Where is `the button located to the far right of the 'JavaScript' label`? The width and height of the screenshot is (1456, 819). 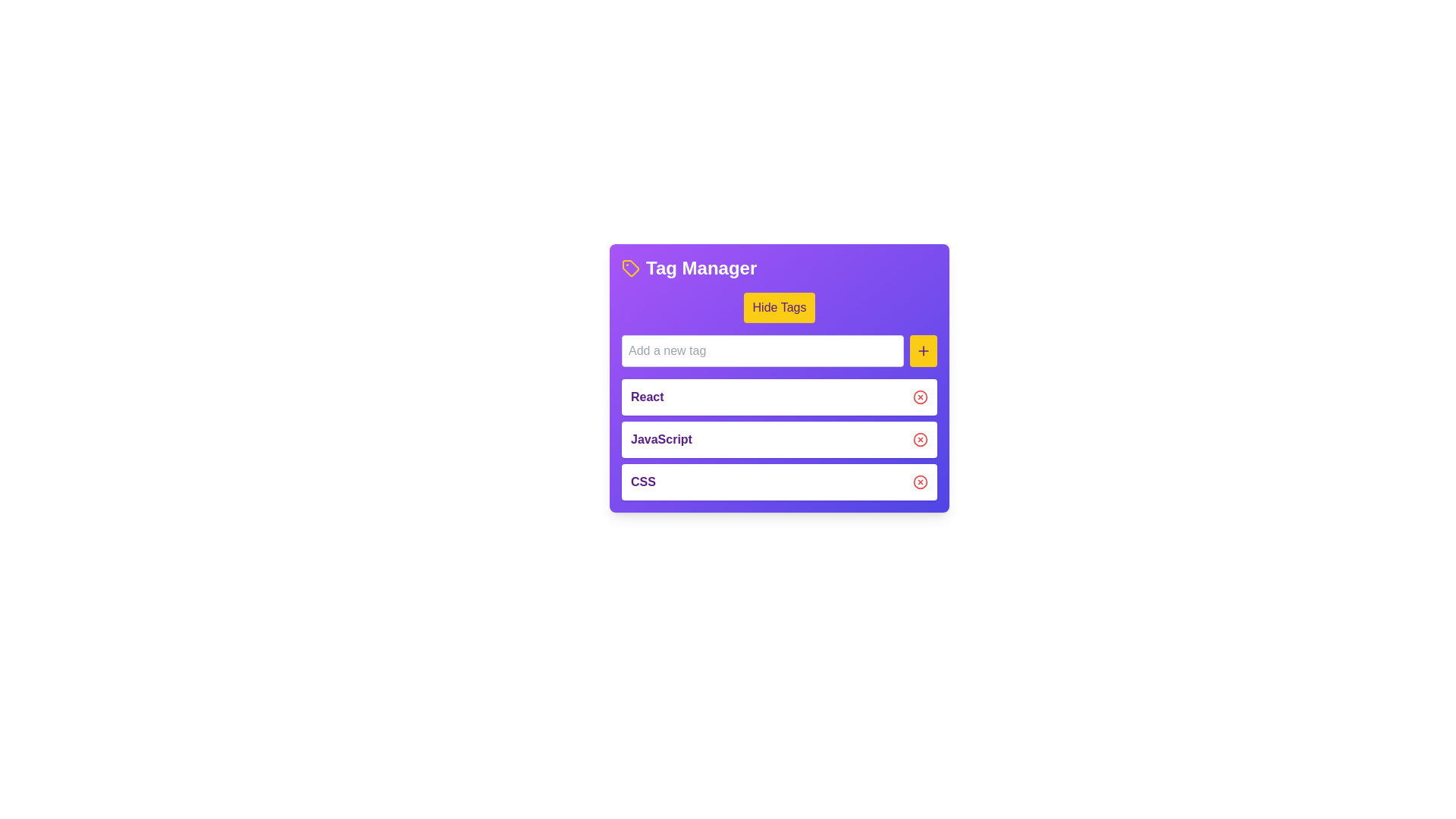 the button located to the far right of the 'JavaScript' label is located at coordinates (920, 439).